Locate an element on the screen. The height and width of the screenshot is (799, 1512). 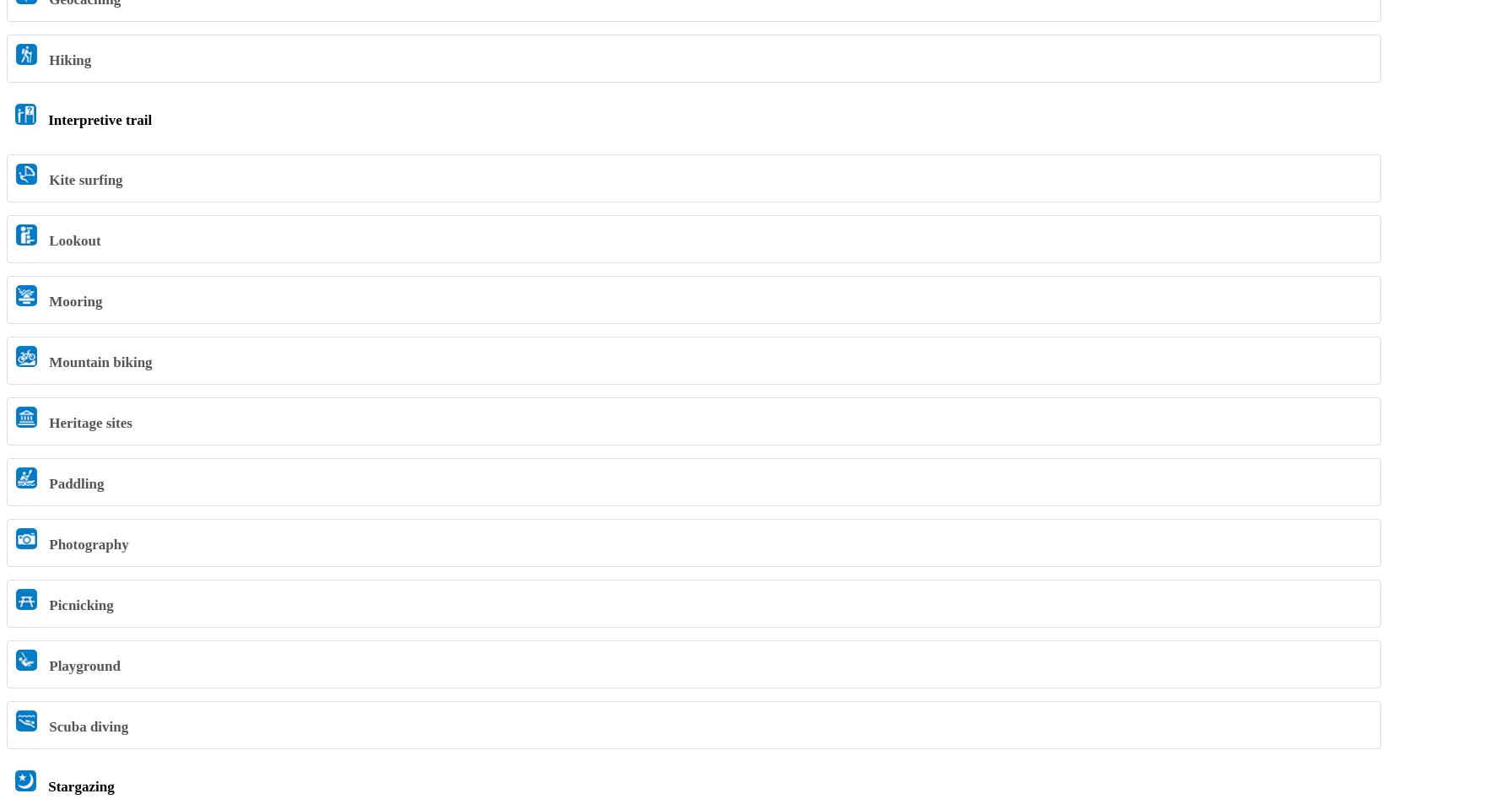
'Lookout' is located at coordinates (73, 240).